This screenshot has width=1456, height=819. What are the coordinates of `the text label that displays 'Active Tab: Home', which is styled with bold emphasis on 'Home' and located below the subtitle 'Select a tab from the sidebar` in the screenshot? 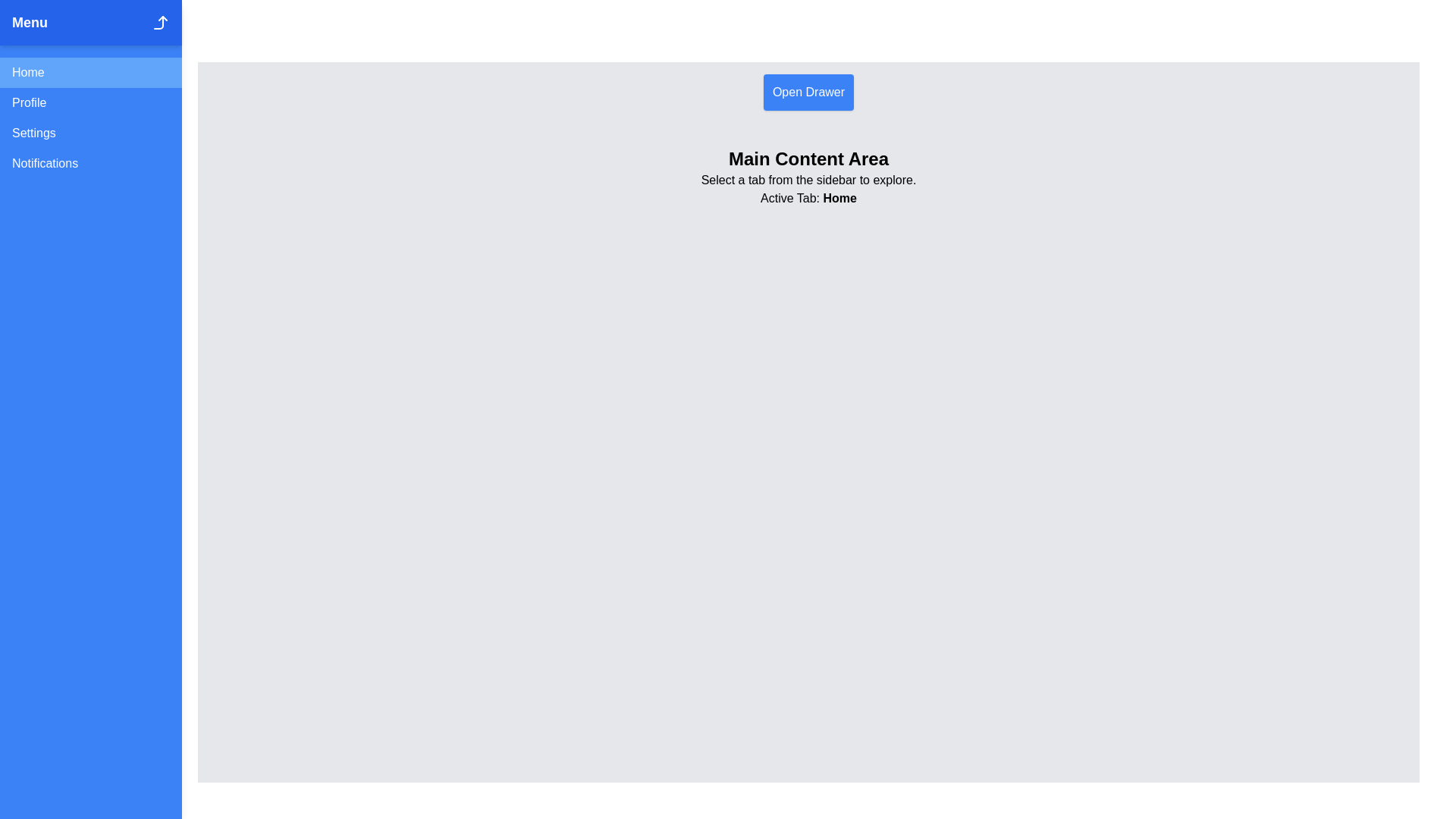 It's located at (808, 198).